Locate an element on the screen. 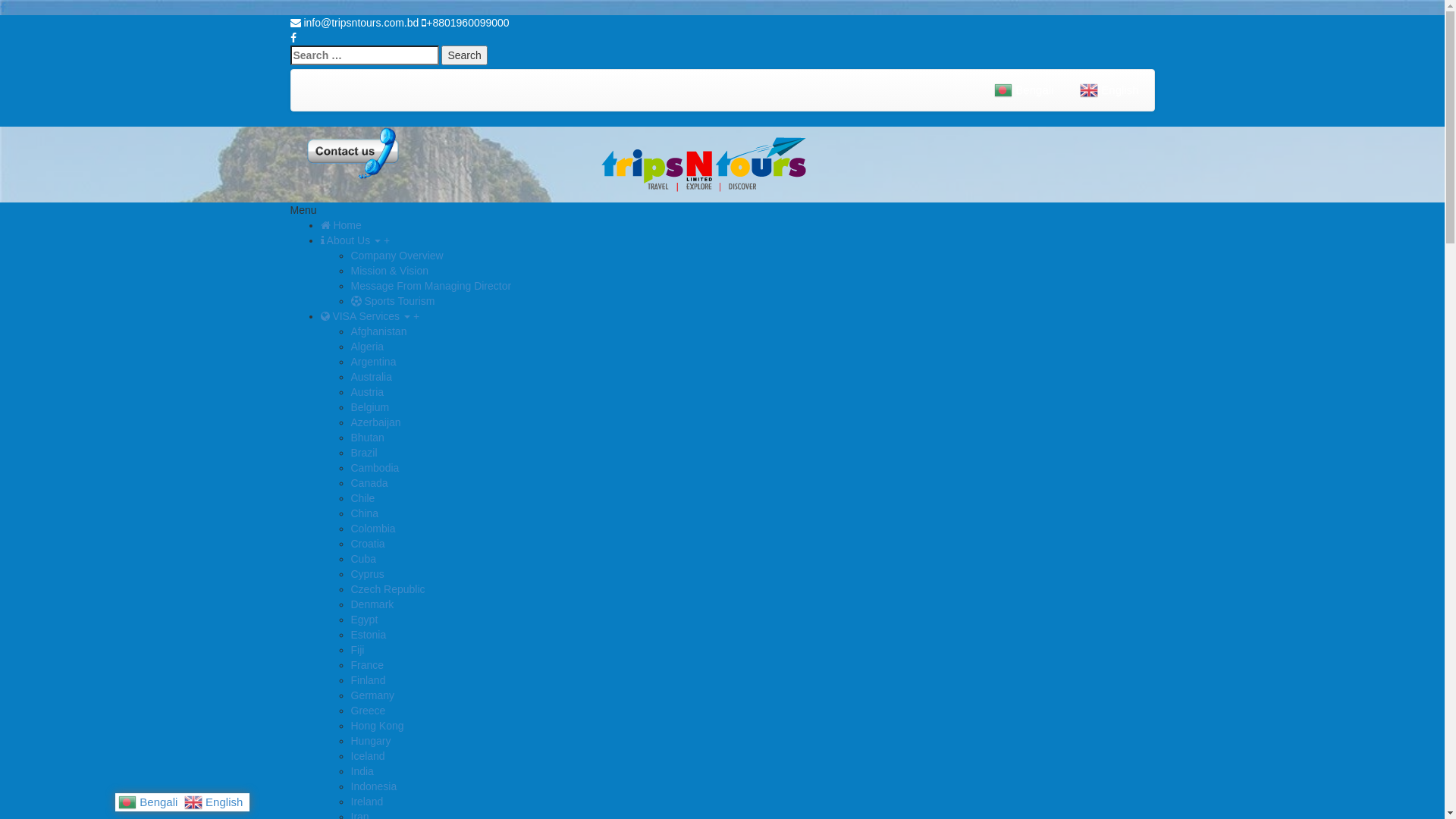 The image size is (1456, 819). ' Home' is located at coordinates (319, 225).